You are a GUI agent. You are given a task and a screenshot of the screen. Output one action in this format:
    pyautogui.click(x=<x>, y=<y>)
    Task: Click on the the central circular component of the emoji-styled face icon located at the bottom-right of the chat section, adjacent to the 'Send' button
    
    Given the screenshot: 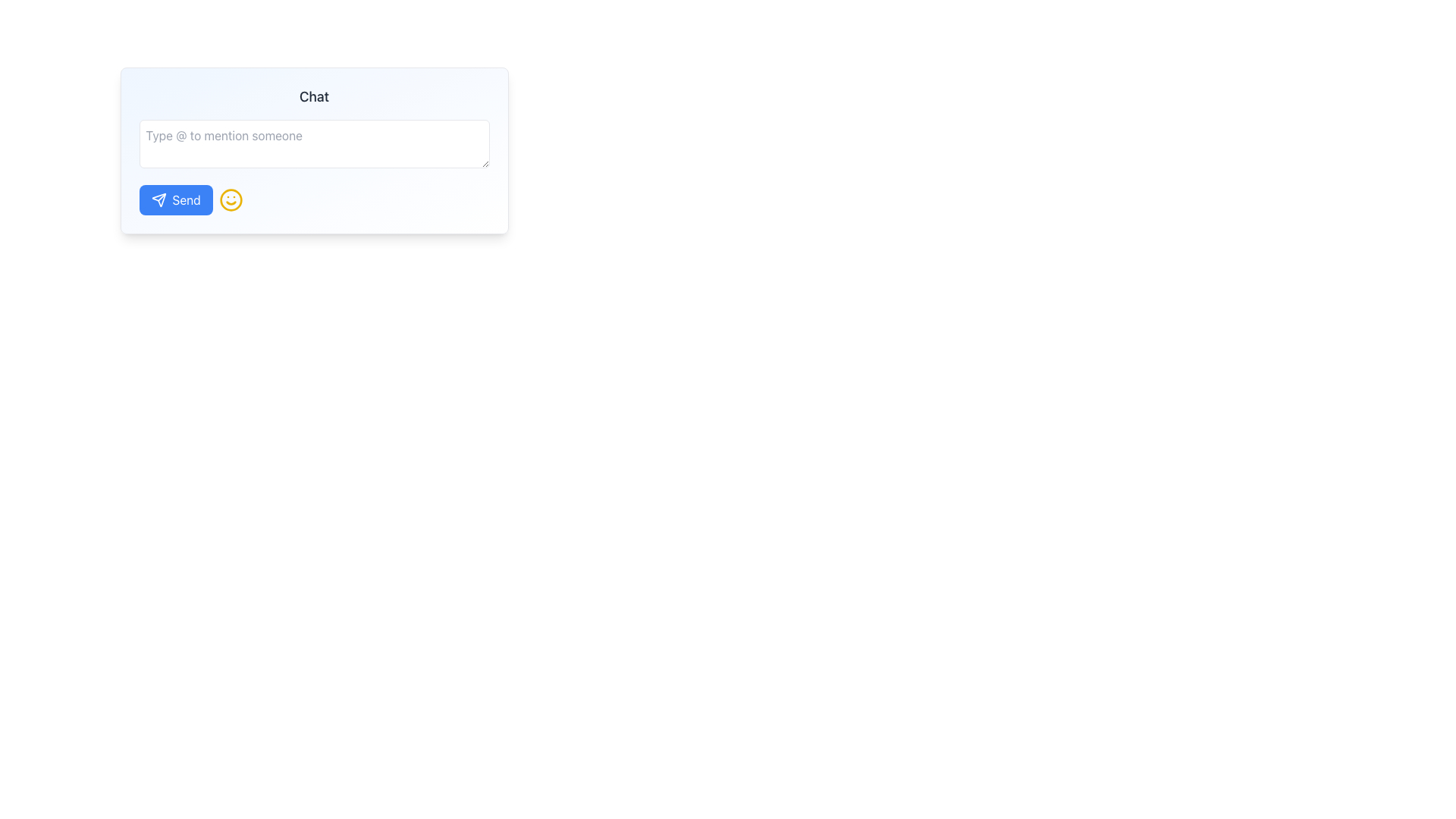 What is the action you would take?
    pyautogui.click(x=230, y=199)
    